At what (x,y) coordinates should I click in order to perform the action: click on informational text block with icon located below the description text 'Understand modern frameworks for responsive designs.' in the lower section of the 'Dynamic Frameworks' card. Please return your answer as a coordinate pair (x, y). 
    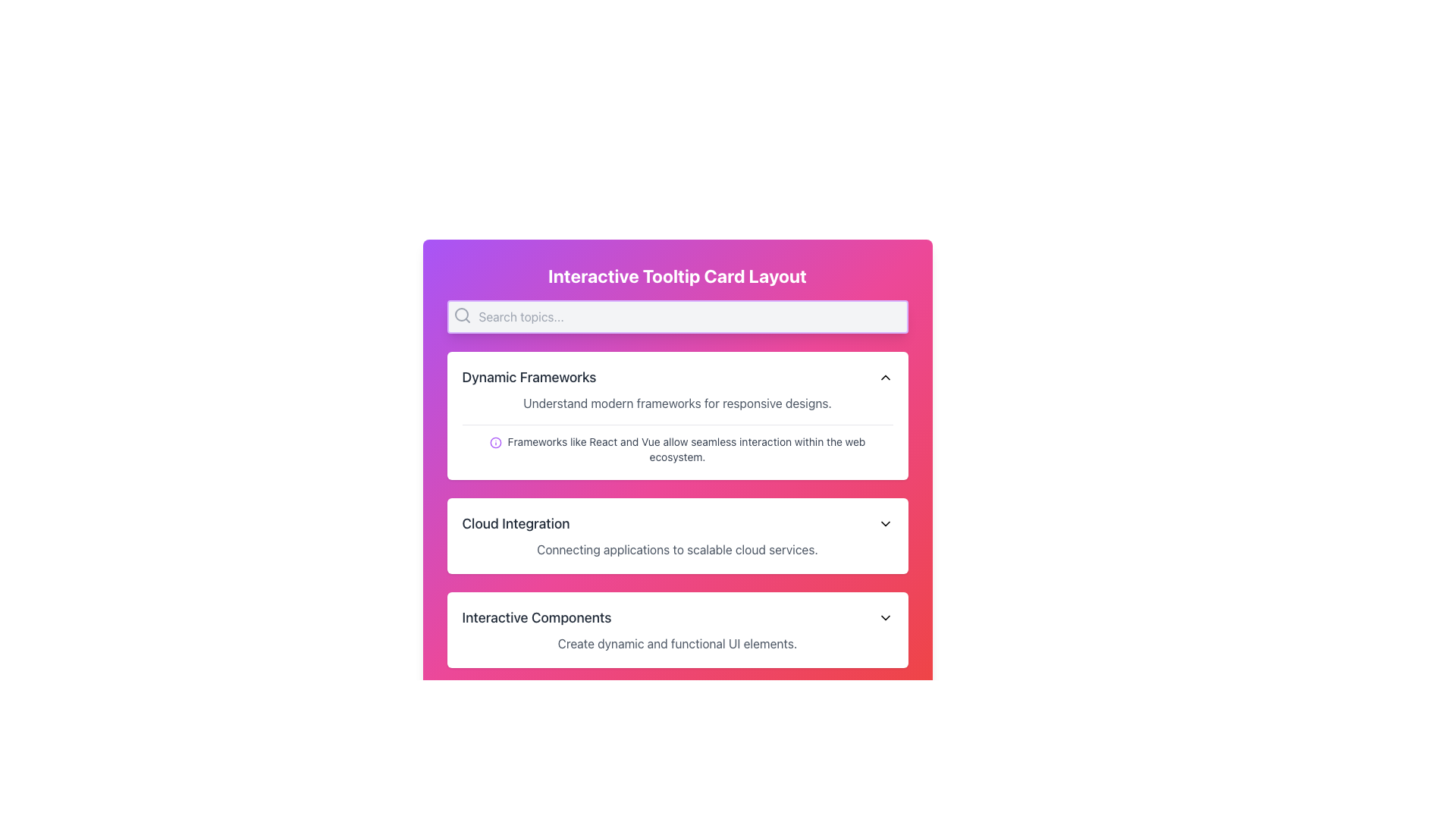
    Looking at the image, I should click on (676, 444).